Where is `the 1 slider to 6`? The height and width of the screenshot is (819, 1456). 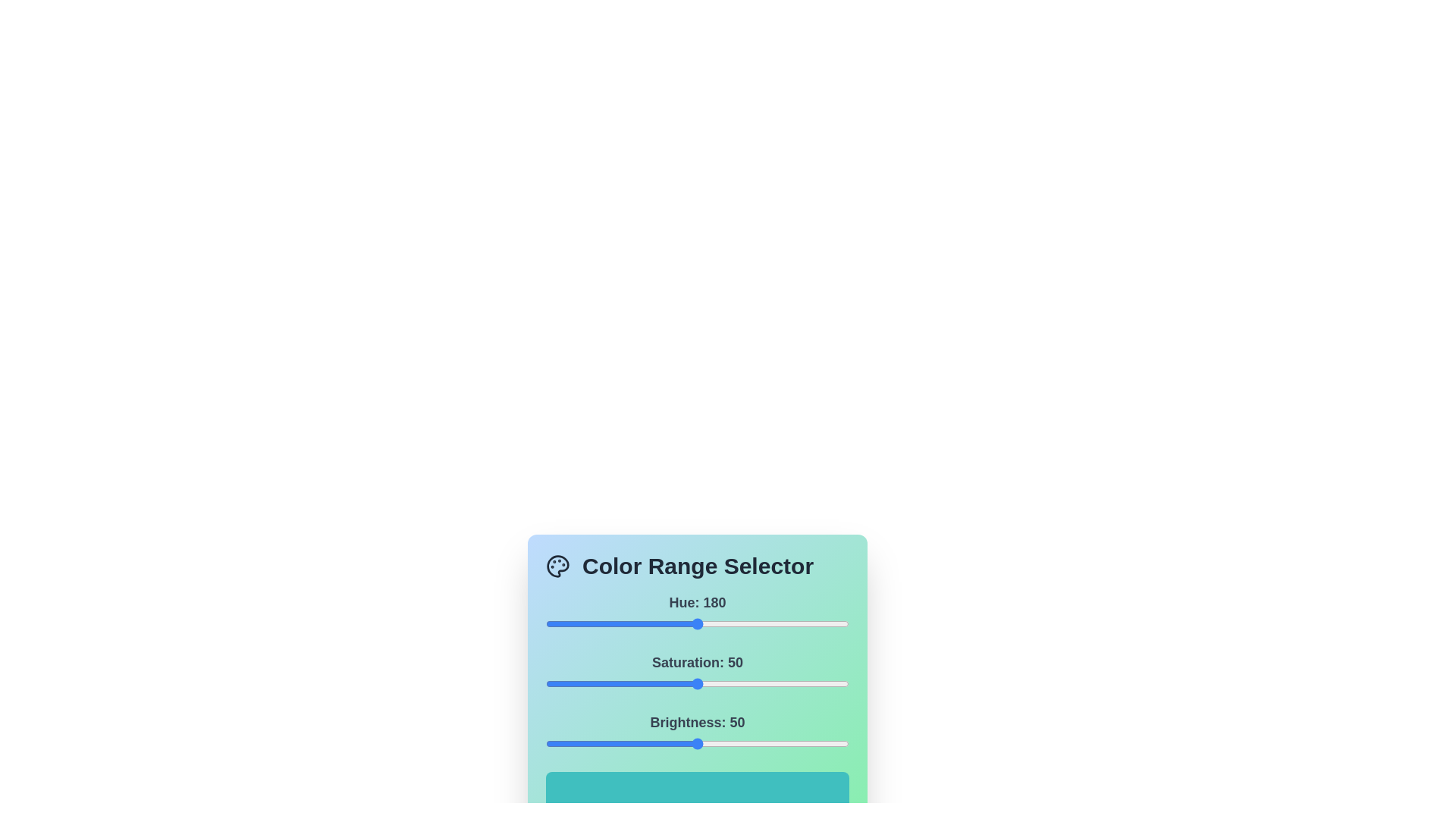 the 1 slider to 6 is located at coordinates (563, 684).